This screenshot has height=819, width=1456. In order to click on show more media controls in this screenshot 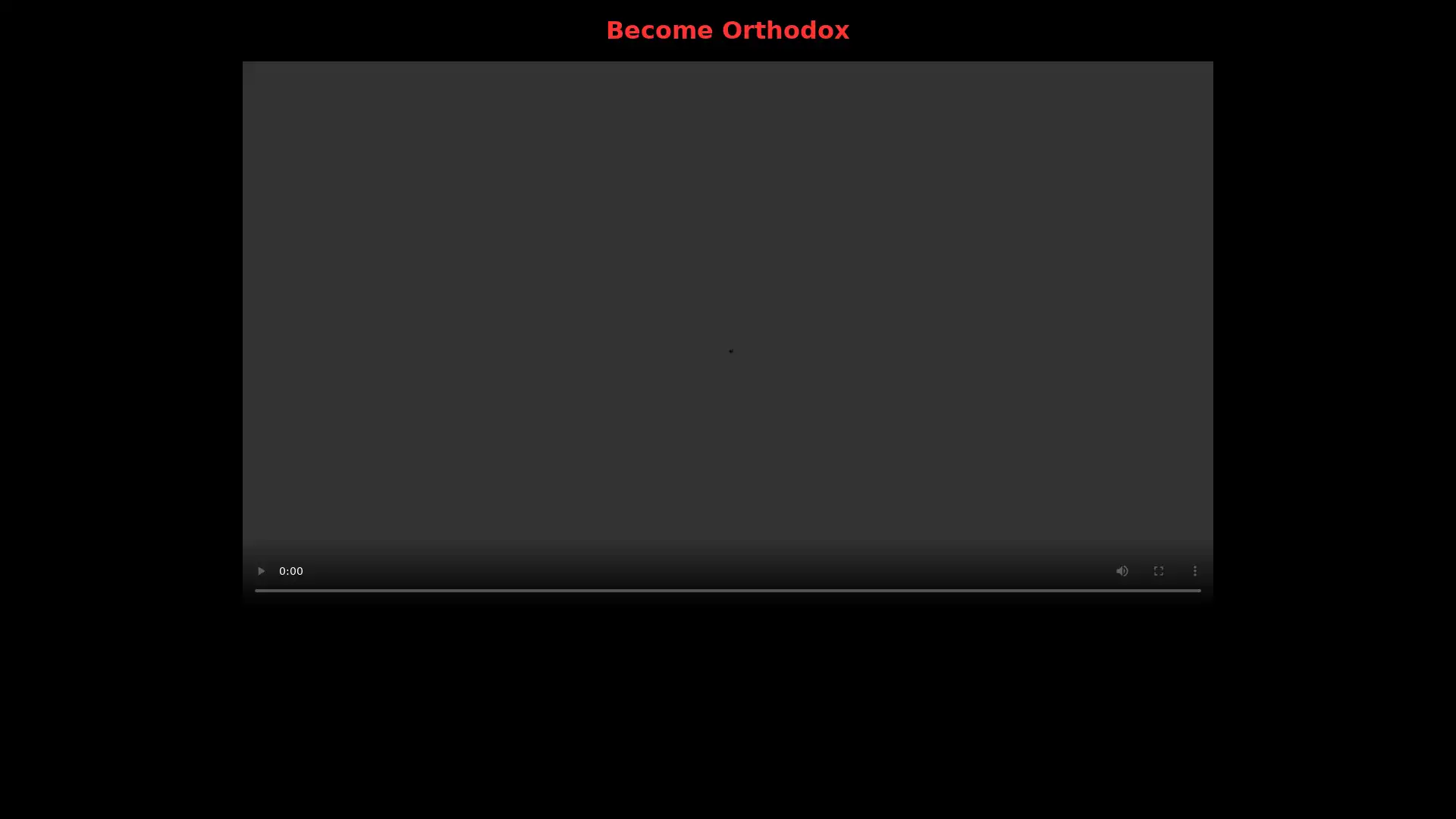, I will do `click(1194, 570)`.